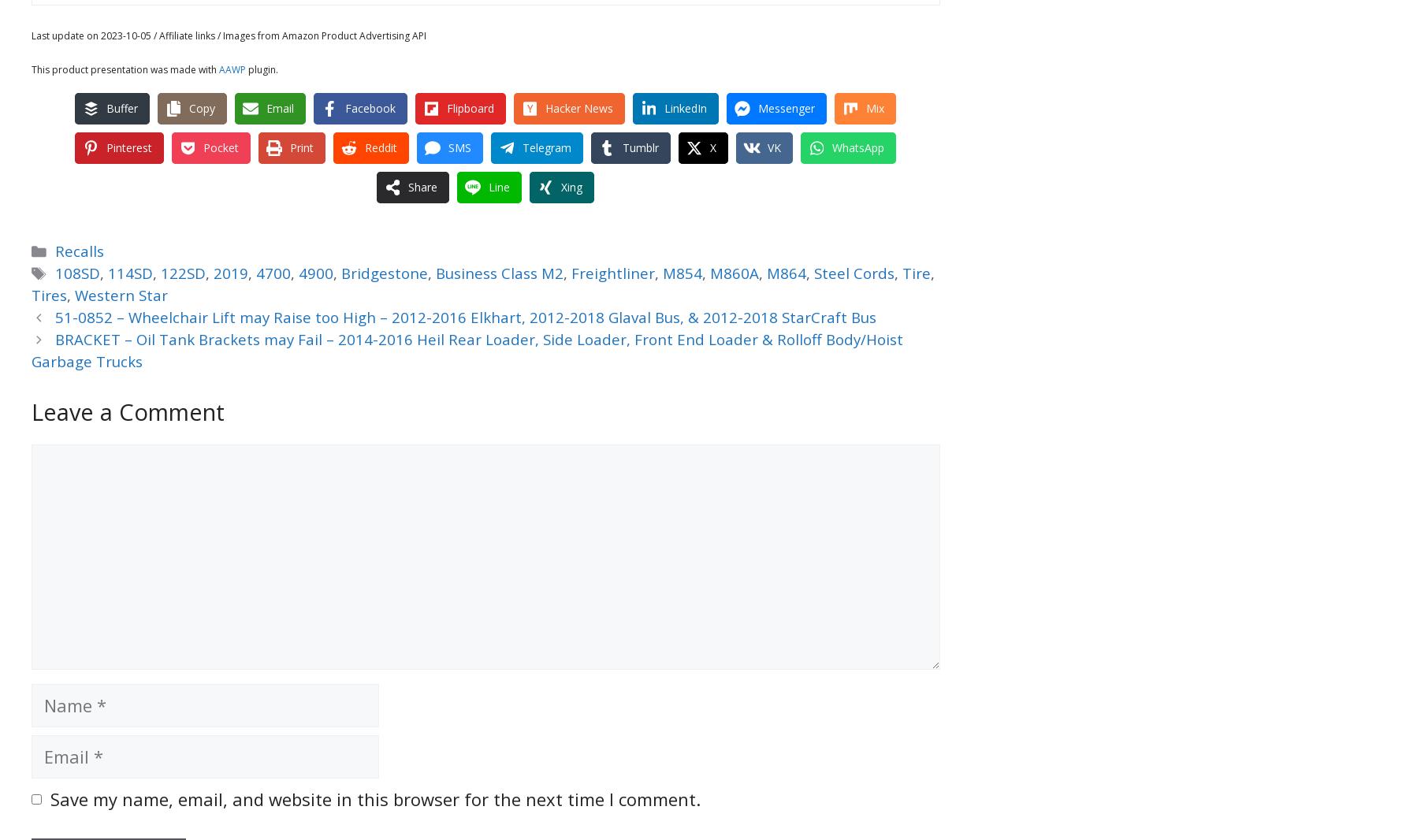 This screenshot has height=840, width=1406. I want to click on 'Facebook', so click(344, 106).